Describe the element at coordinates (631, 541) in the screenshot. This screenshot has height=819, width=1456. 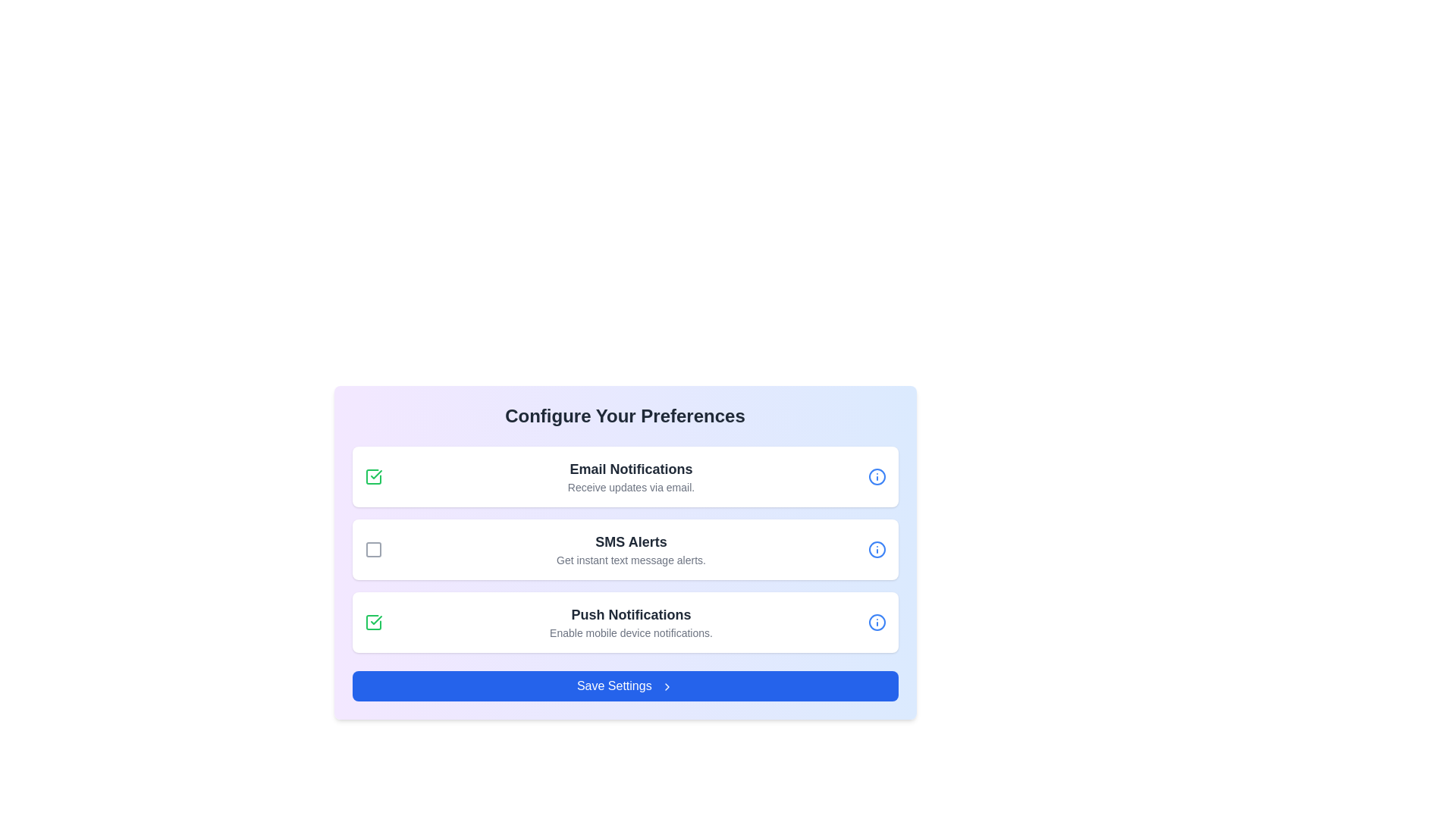
I see `heading text for the 'SMS Alerts' feature, which is located at the center of the card in the 'Configure Your Preferences' section` at that location.